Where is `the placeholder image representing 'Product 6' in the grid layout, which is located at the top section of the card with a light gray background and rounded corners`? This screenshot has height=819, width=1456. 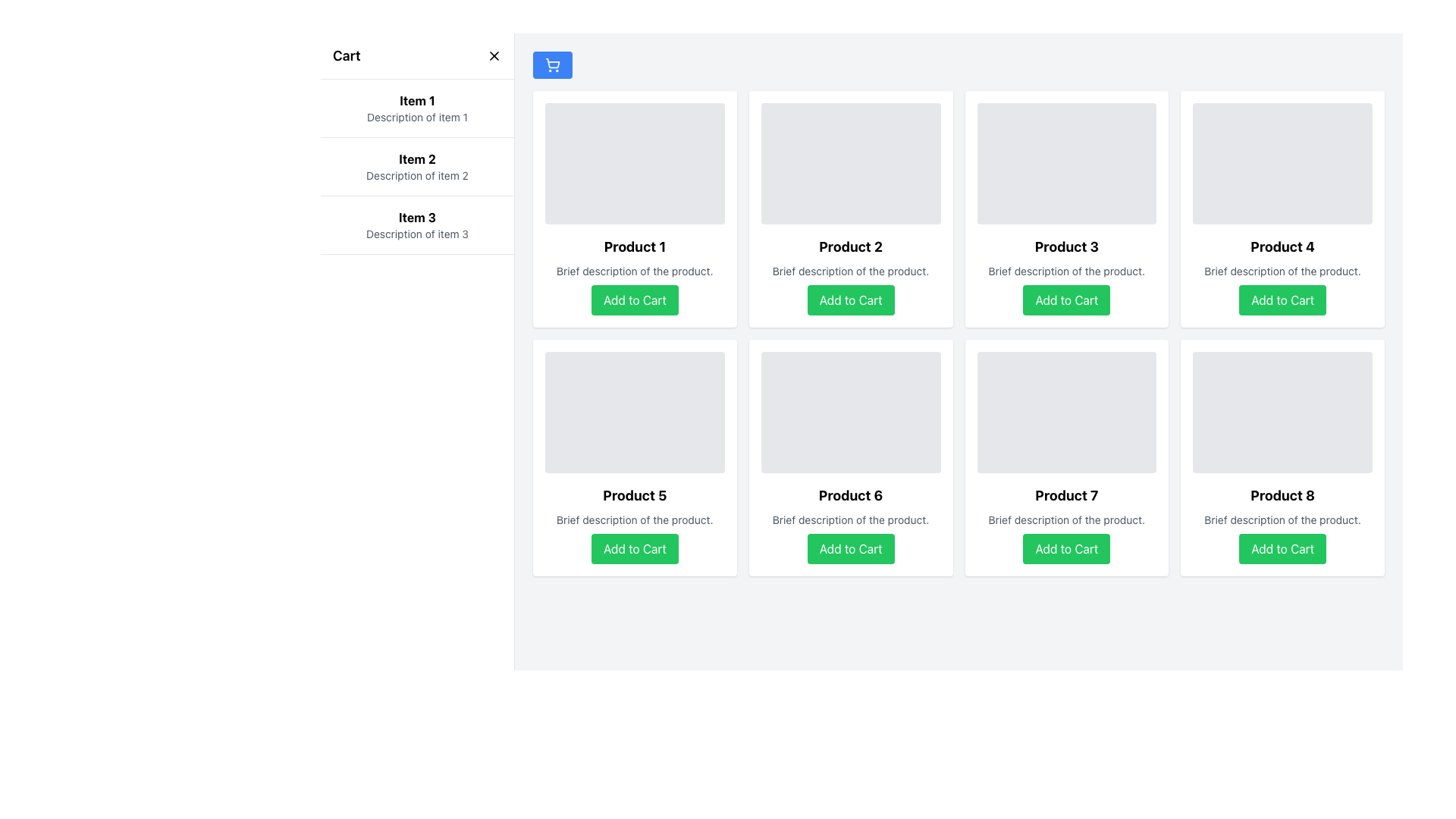
the placeholder image representing 'Product 6' in the grid layout, which is located at the top section of the card with a light gray background and rounded corners is located at coordinates (851, 412).